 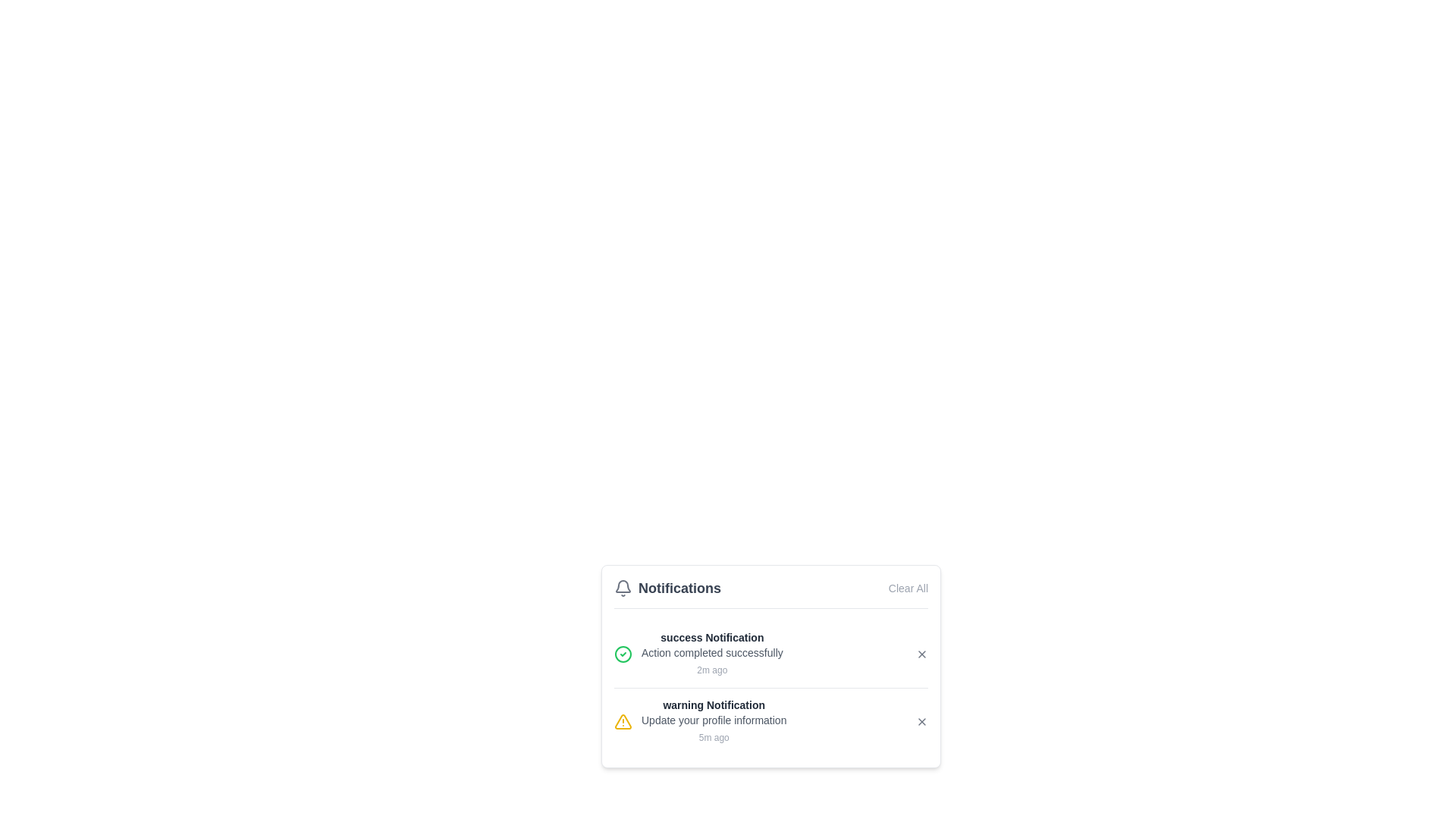 I want to click on text from the Text Label that provides information regarding an action or update requirement related to the user's profile, positioned below the title 'warning Notification' and above the timestamp '5m ago', so click(x=713, y=719).